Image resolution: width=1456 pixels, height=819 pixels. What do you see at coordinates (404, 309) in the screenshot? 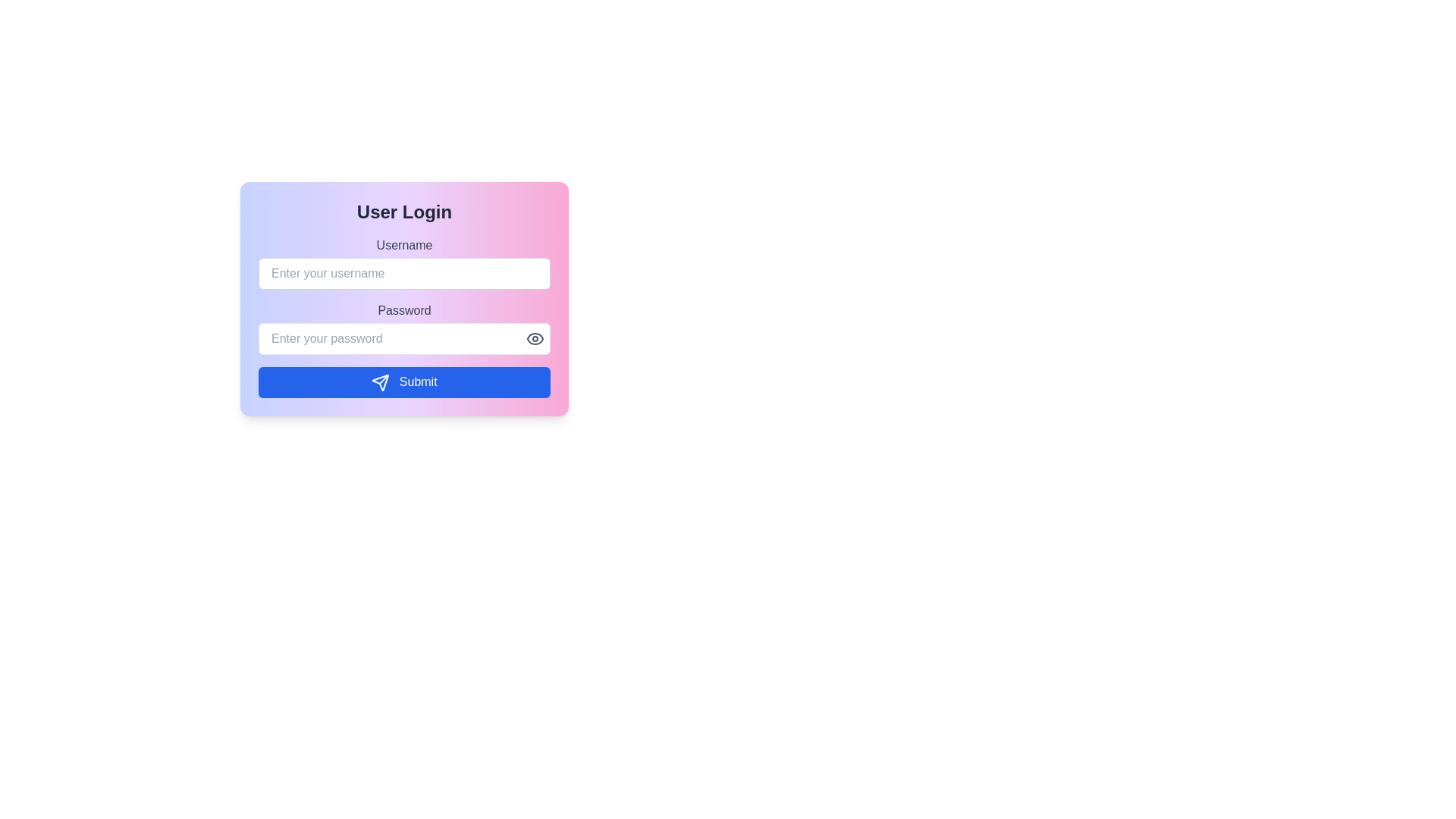
I see `the password label located in the 'User Login' form, which provides context for the password input field below it` at bounding box center [404, 309].